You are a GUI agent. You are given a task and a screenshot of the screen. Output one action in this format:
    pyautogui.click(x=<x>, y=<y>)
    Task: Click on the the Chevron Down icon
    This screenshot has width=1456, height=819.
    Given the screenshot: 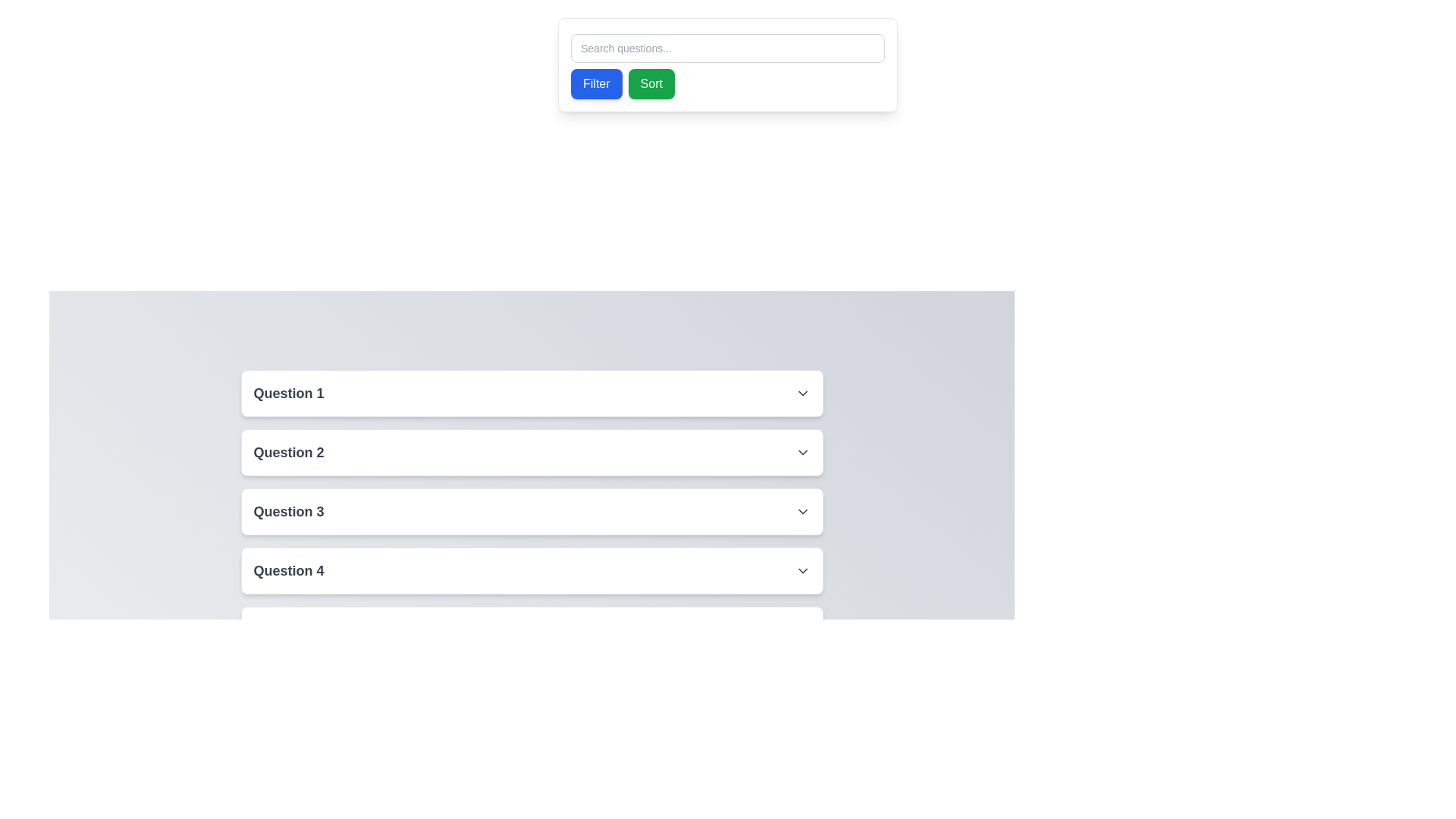 What is the action you would take?
    pyautogui.click(x=802, y=393)
    